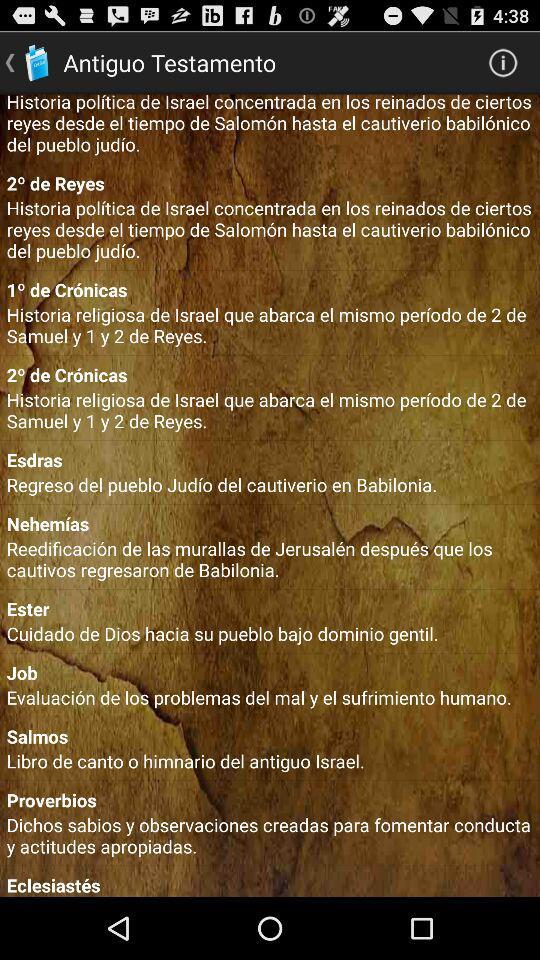  I want to click on cuidado de dios icon, so click(270, 632).